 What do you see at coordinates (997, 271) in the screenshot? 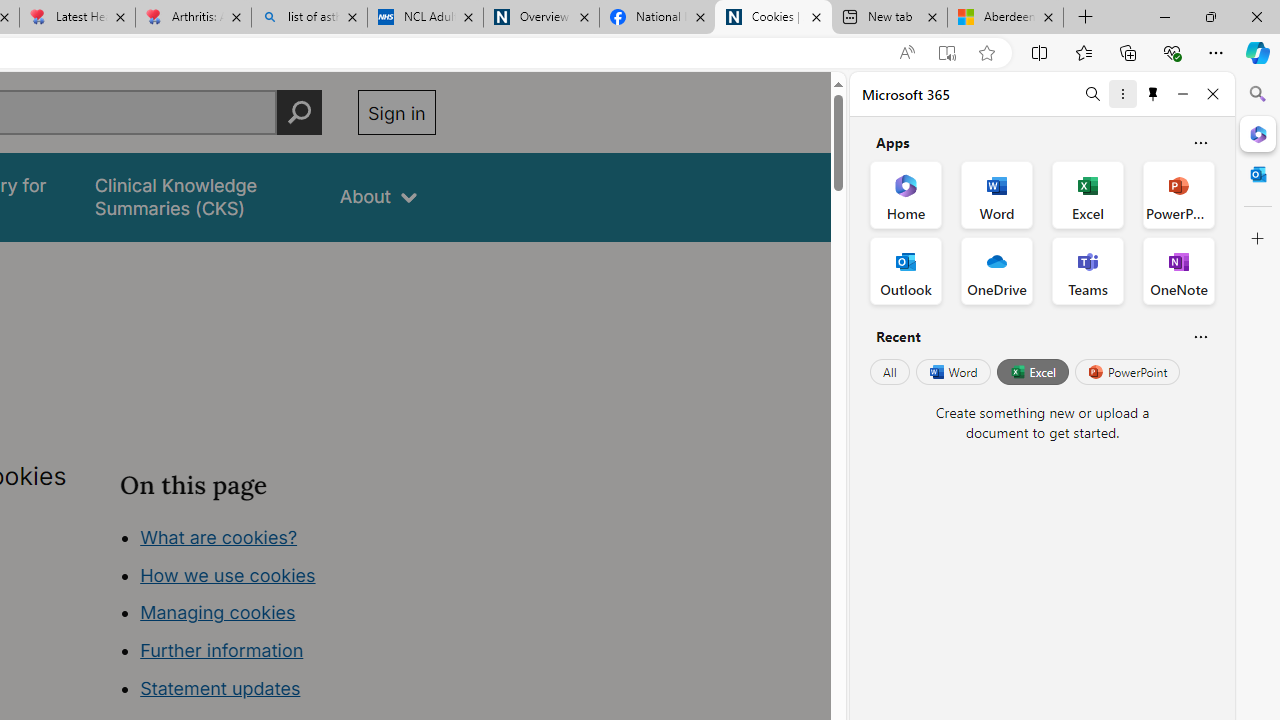
I see `'OneDrive Office App'` at bounding box center [997, 271].